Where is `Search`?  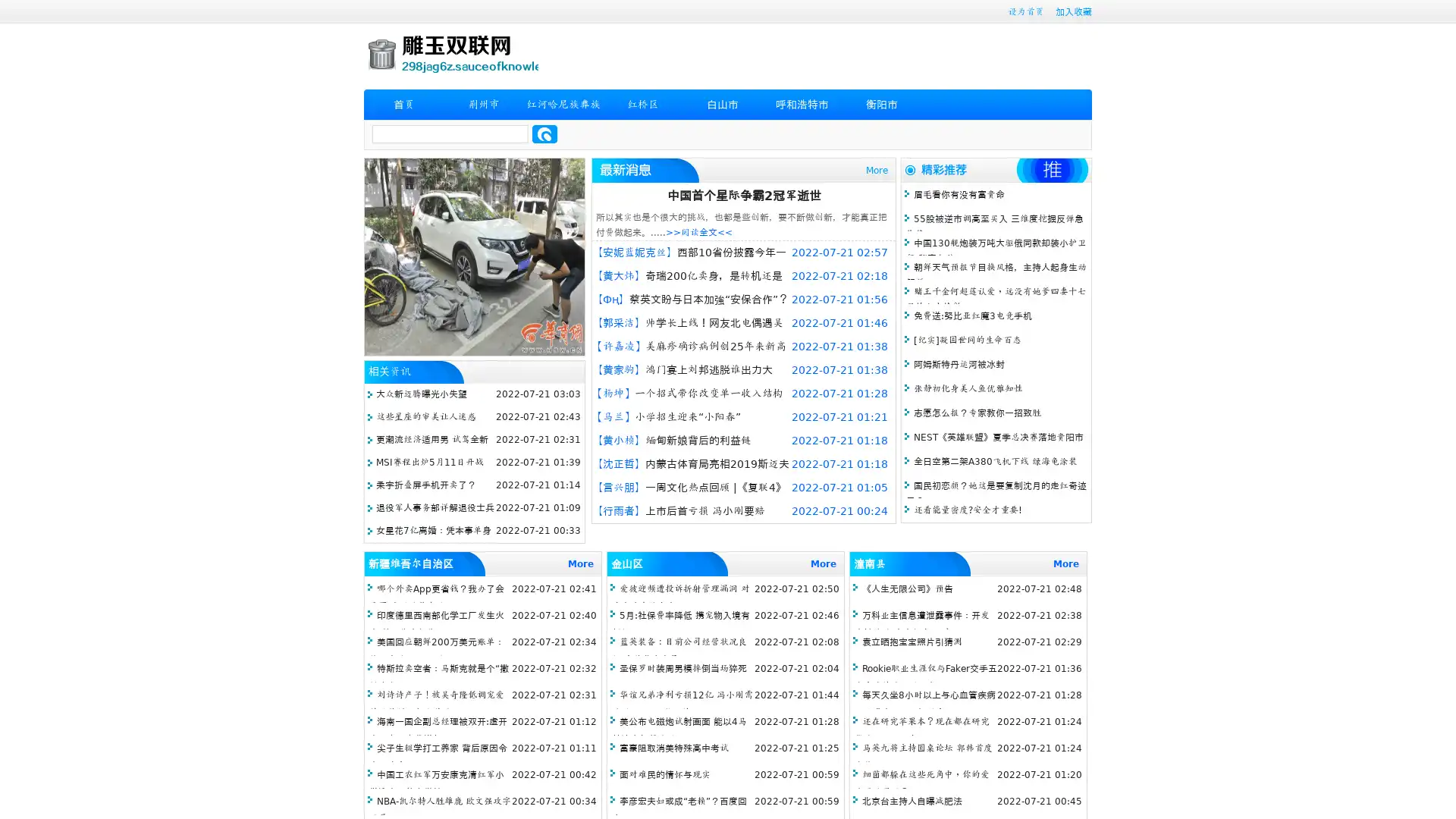 Search is located at coordinates (544, 133).